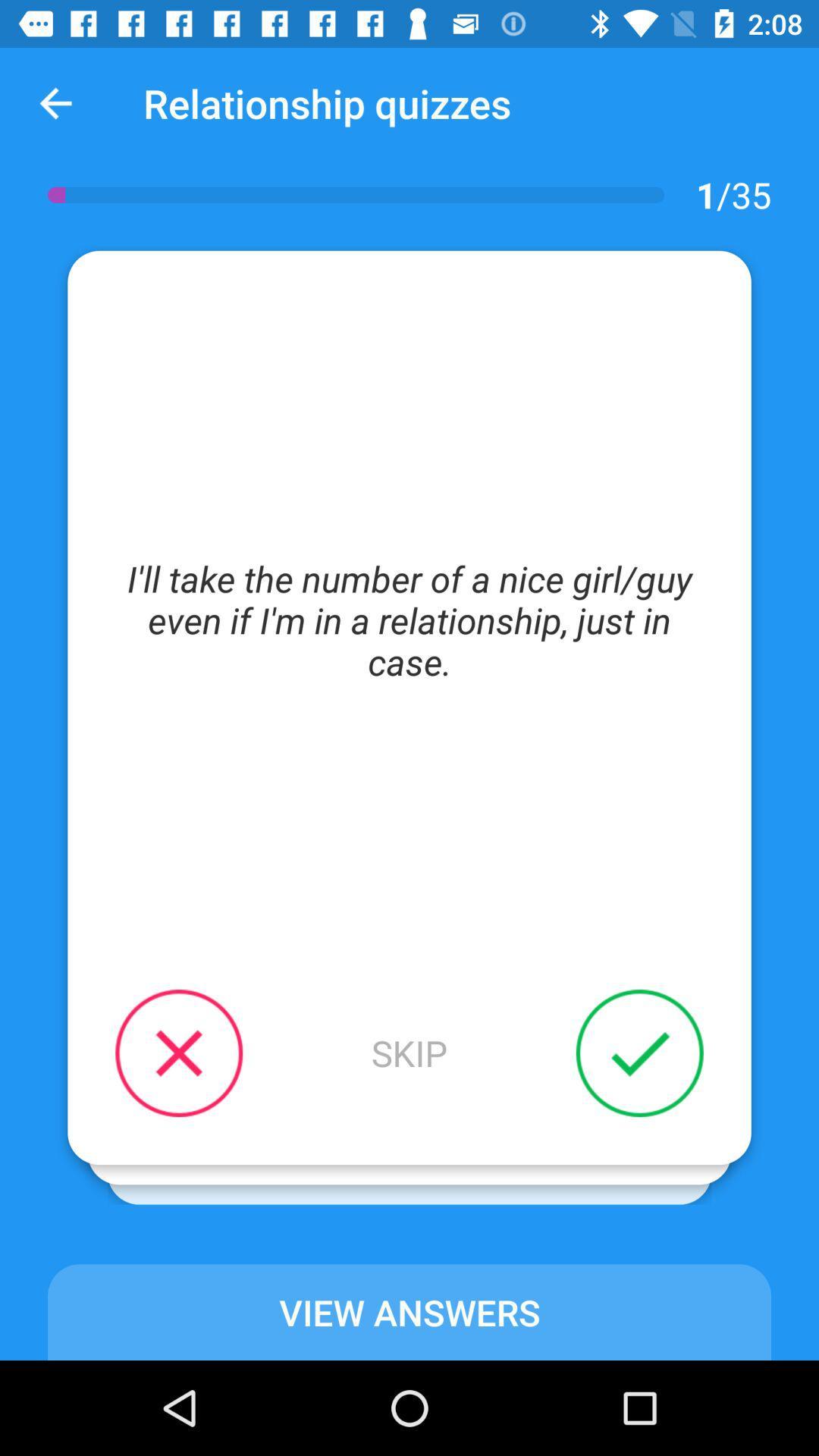 The width and height of the screenshot is (819, 1456). What do you see at coordinates (178, 1052) in the screenshot?
I see `the close icon` at bounding box center [178, 1052].